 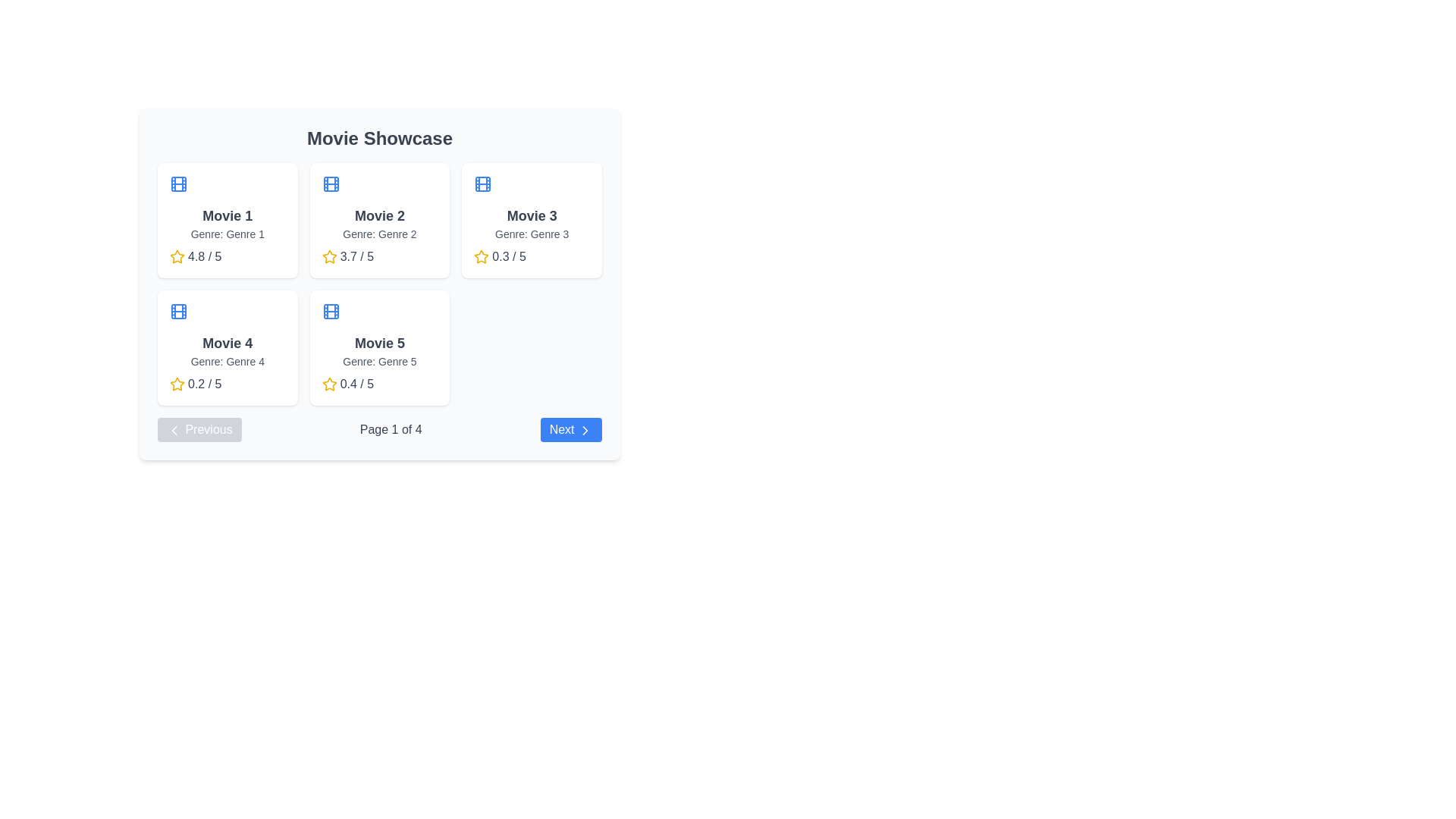 What do you see at coordinates (177, 256) in the screenshot?
I see `the yellow star icon representing the rating for 'Movie 1' to interact with it` at bounding box center [177, 256].